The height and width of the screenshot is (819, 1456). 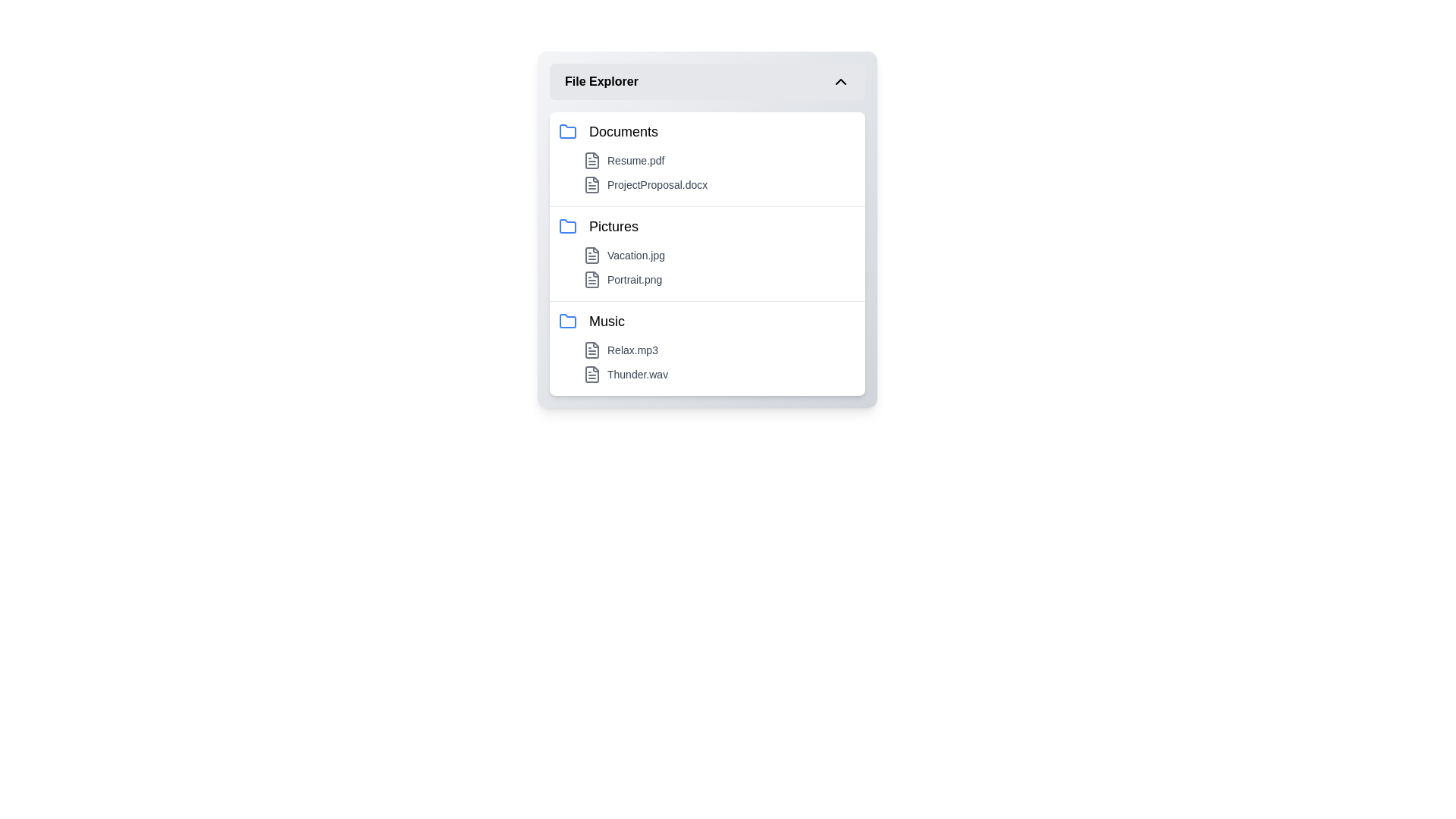 What do you see at coordinates (719, 374) in the screenshot?
I see `the file named Thunder.wav to select it` at bounding box center [719, 374].